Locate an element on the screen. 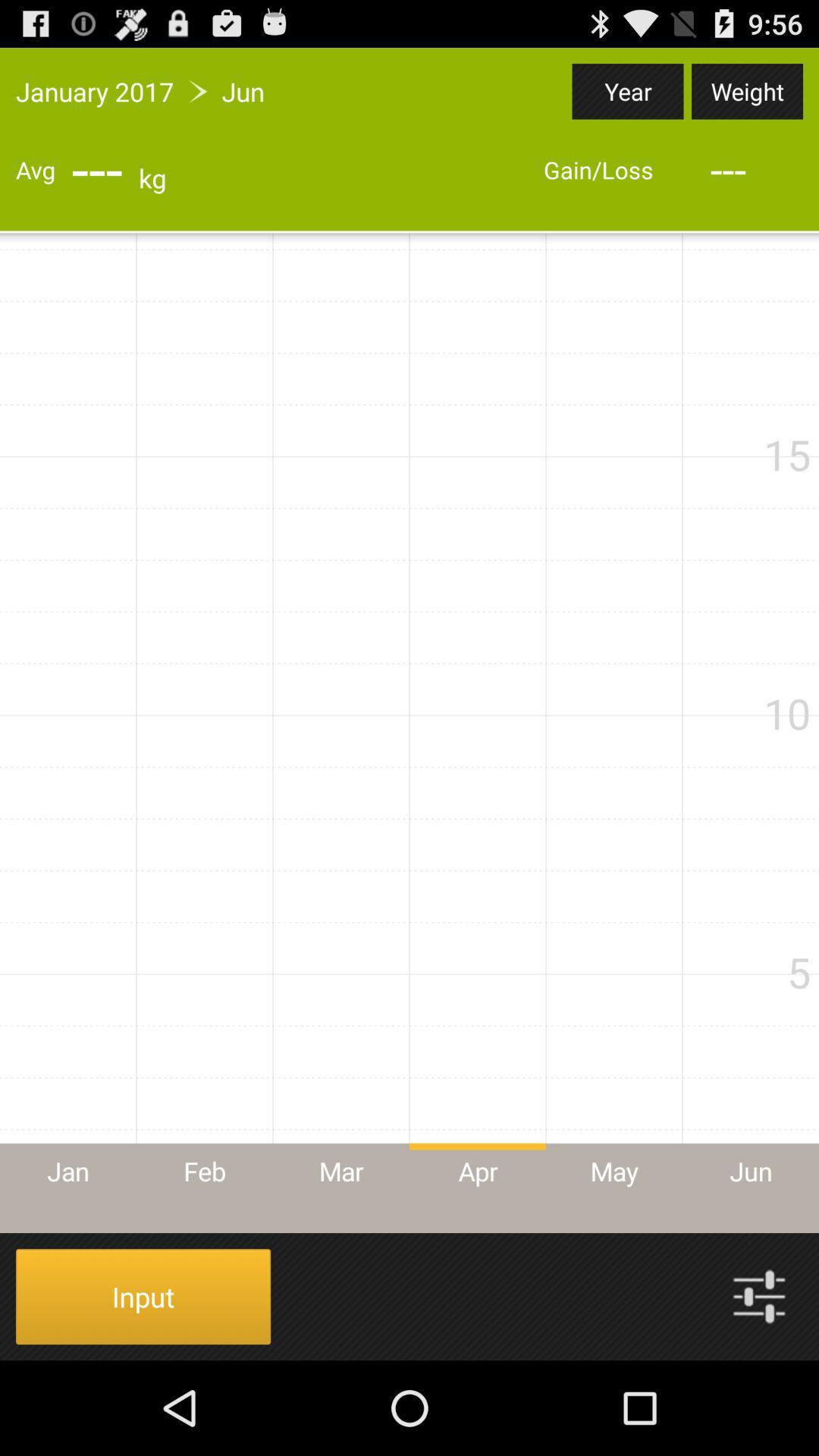 The height and width of the screenshot is (1456, 819). the item next to the jun item is located at coordinates (628, 90).